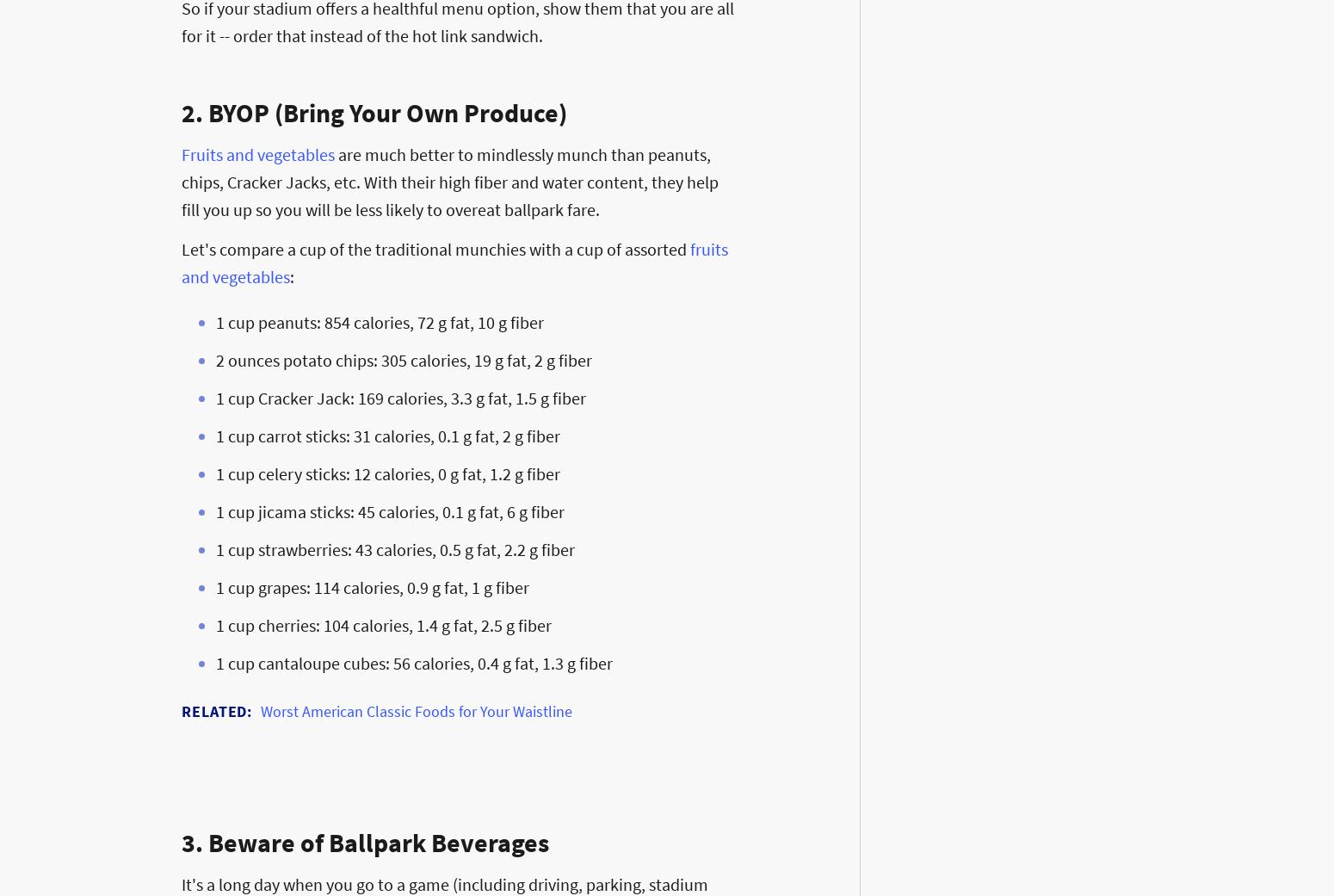  Describe the element at coordinates (380, 322) in the screenshot. I see `'1 cup peanuts: 854 calories, 72 g fat, 10 g fiber'` at that location.